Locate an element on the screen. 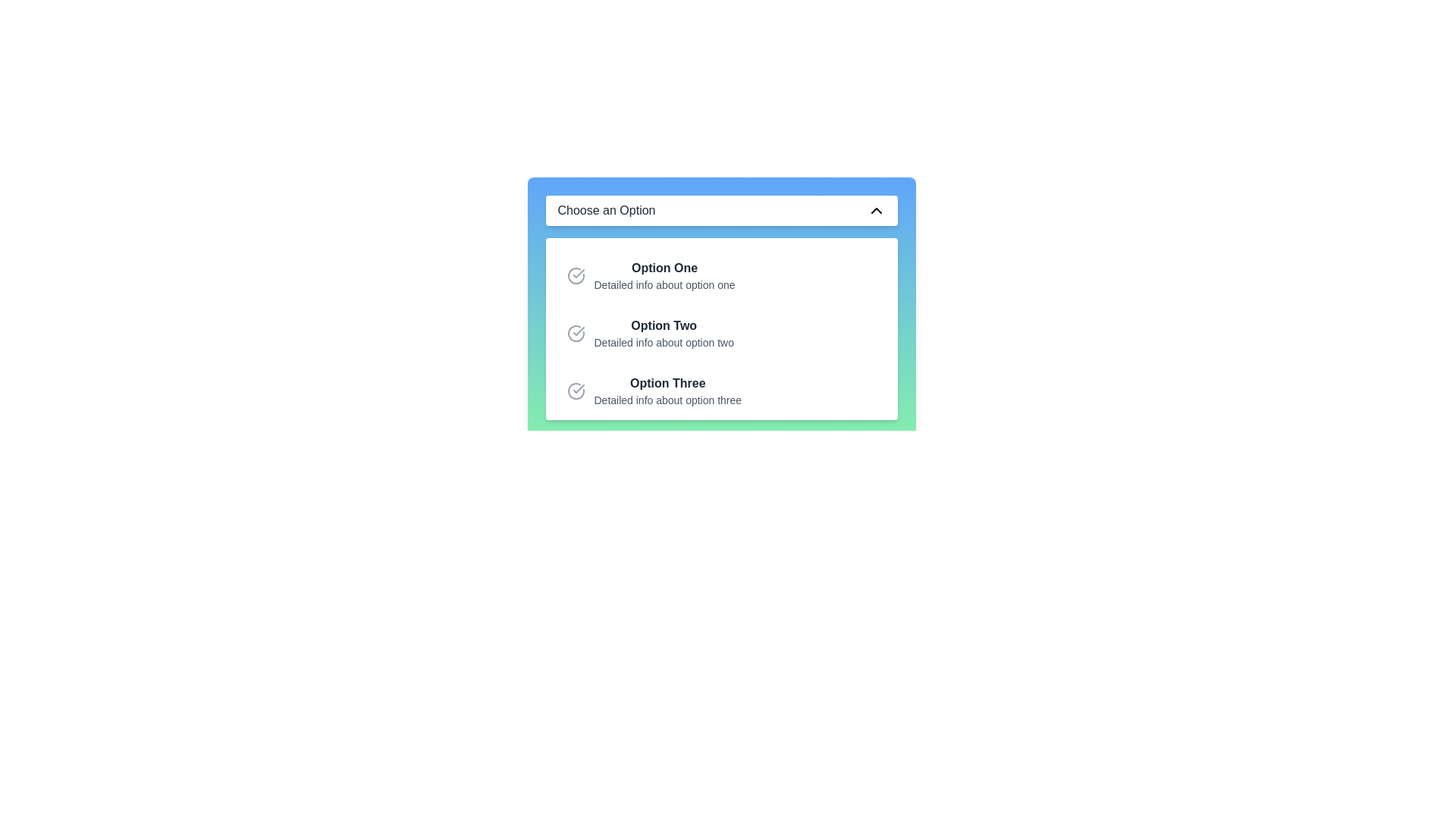 The width and height of the screenshot is (1456, 819). the Decorative SVG component that visually represents status or type, located adjacent to 'Option One' in the dropdown menu is located at coordinates (575, 275).